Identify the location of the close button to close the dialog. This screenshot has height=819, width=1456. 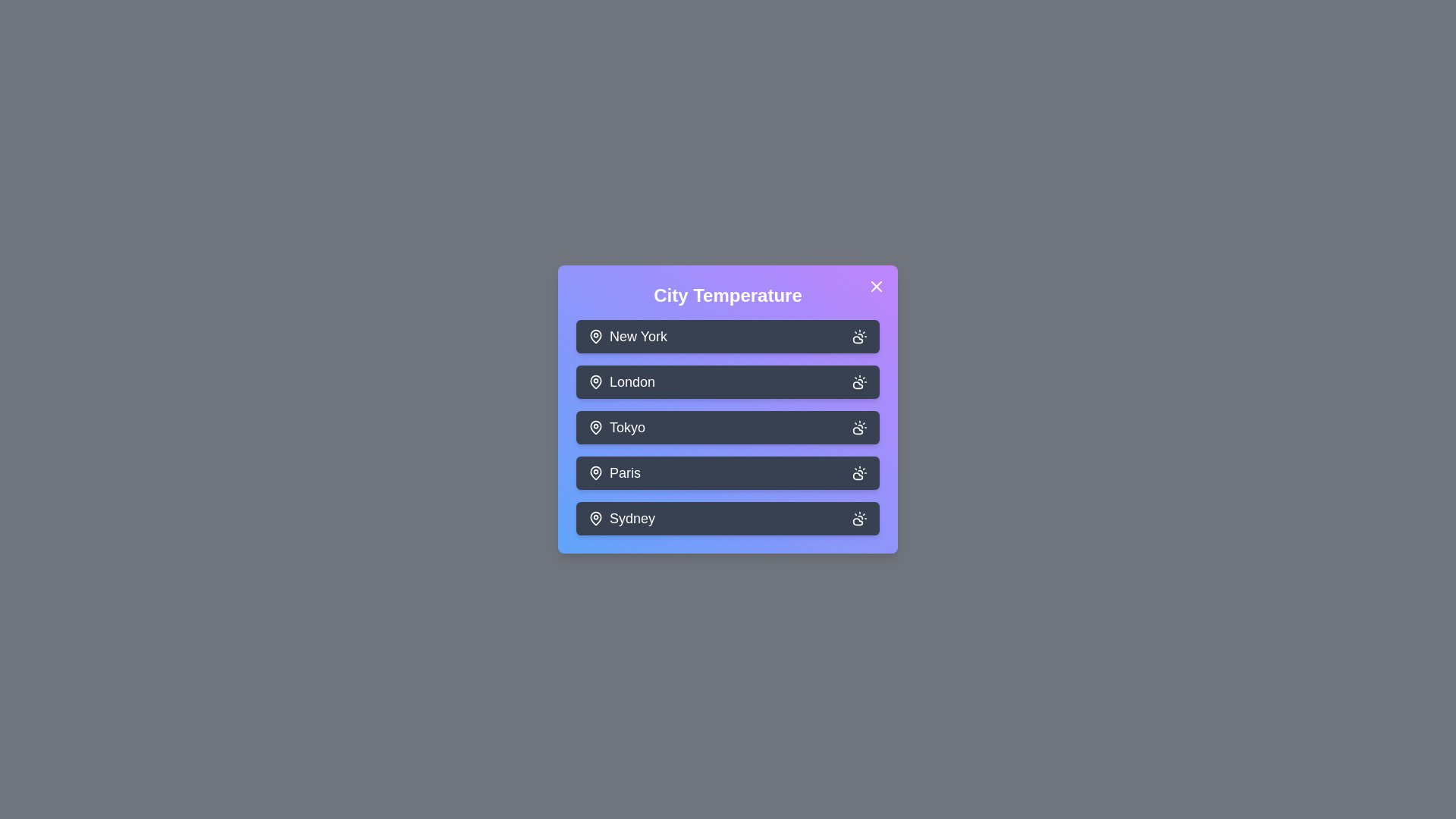
(877, 287).